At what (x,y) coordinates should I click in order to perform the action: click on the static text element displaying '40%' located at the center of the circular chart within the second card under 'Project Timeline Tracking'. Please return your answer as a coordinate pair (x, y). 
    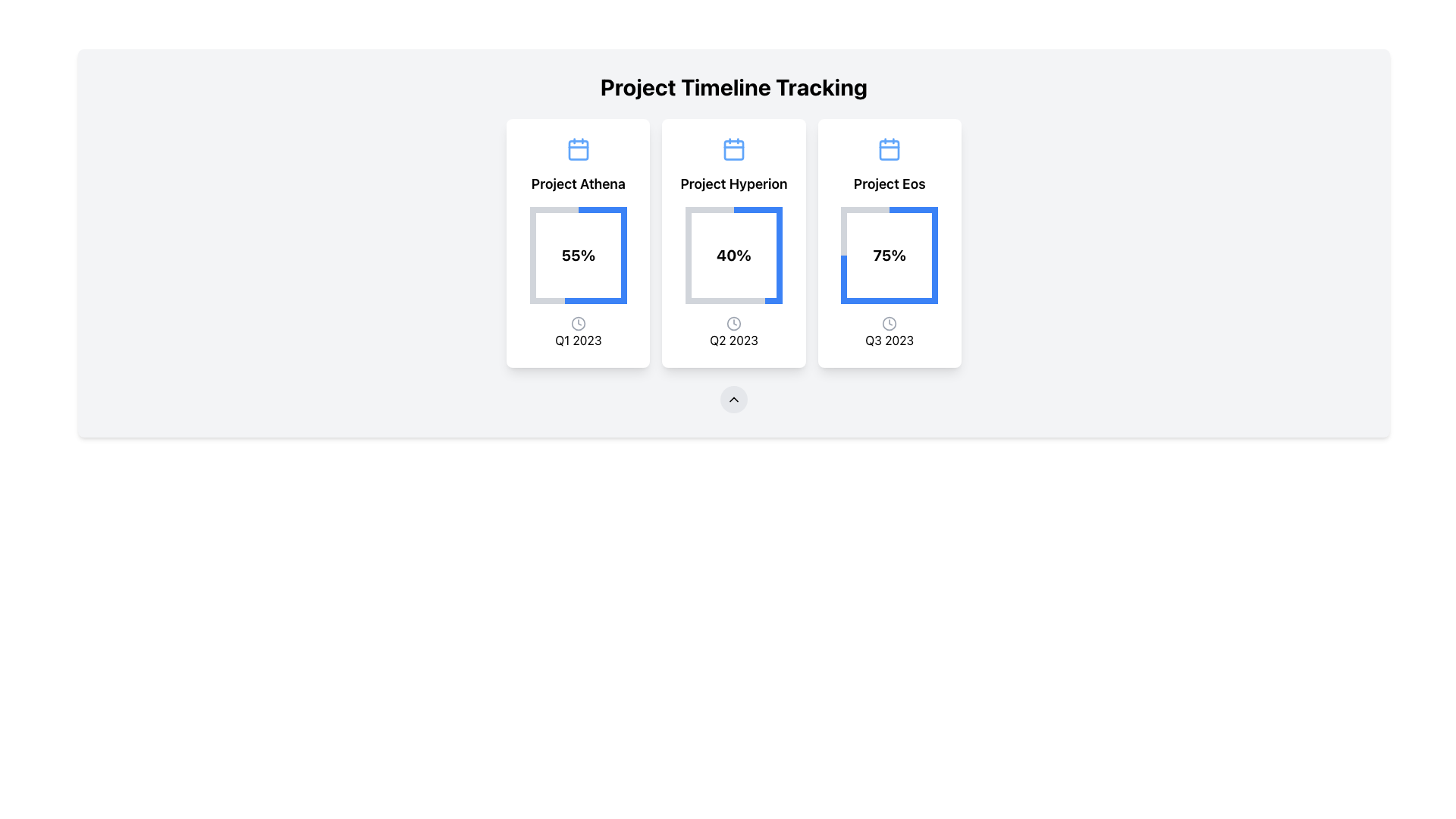
    Looking at the image, I should click on (734, 254).